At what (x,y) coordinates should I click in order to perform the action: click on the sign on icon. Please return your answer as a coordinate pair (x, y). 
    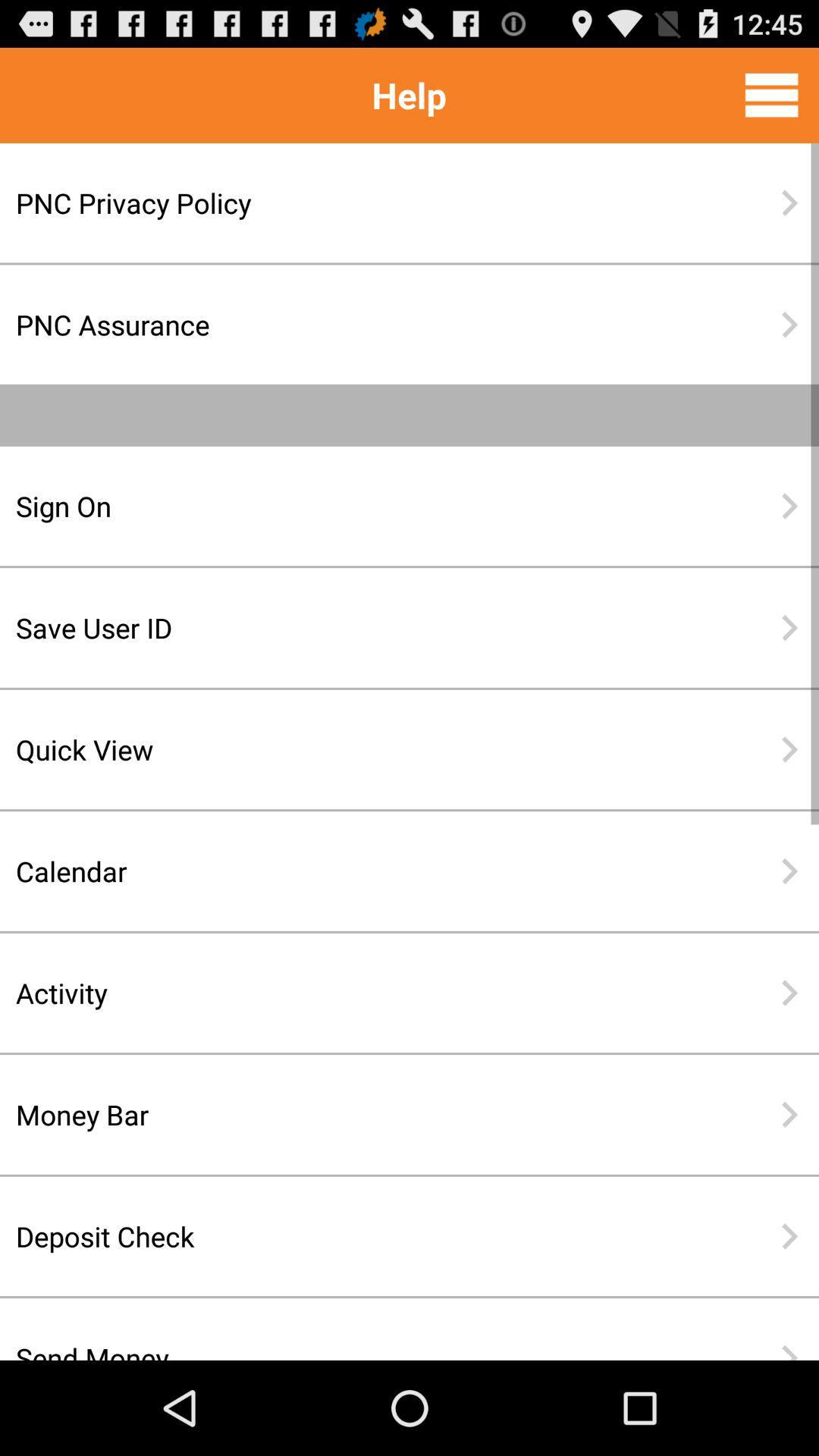
    Looking at the image, I should click on (360, 506).